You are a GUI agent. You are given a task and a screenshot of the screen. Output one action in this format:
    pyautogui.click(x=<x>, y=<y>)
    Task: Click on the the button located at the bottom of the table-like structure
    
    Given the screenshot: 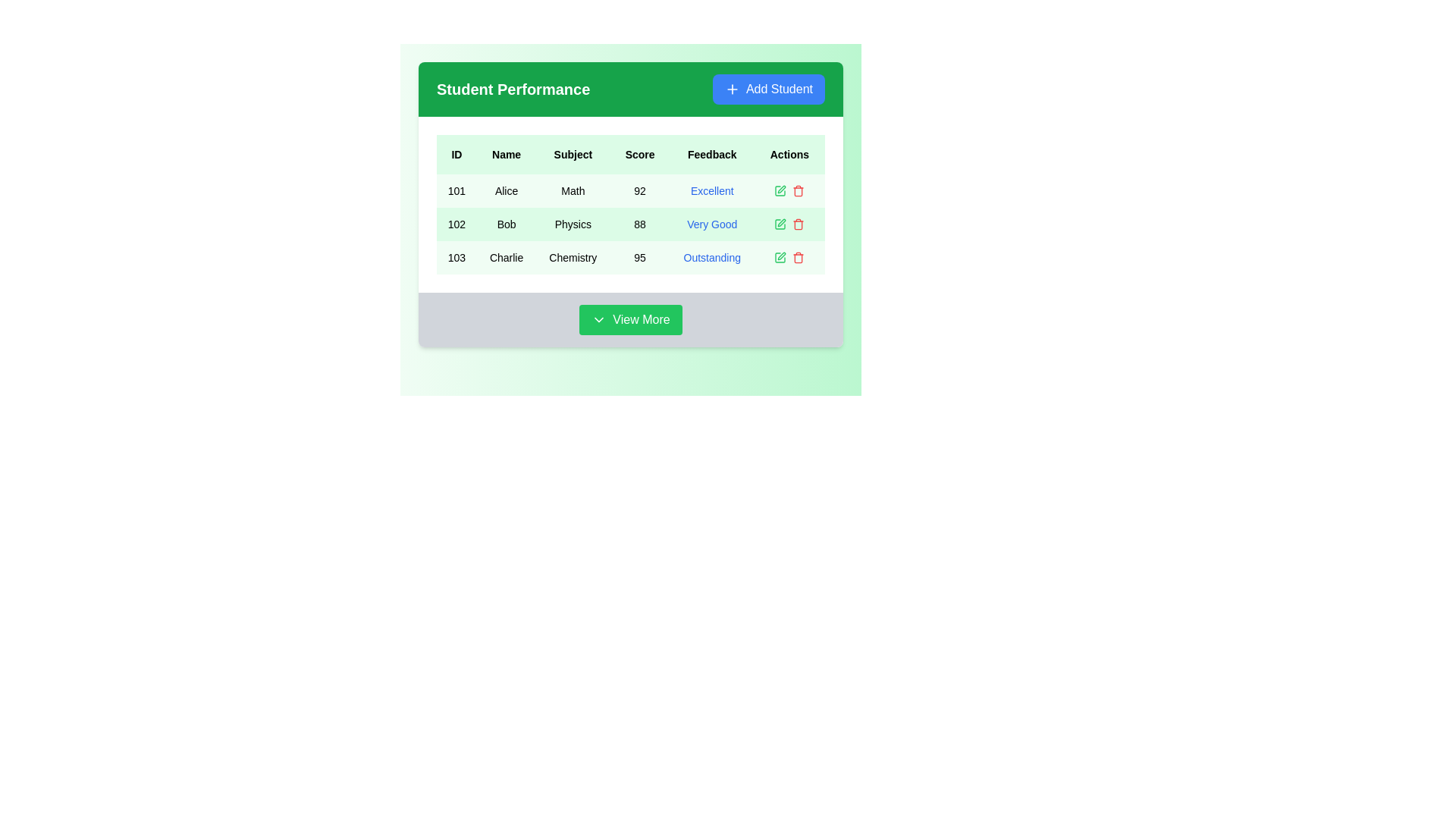 What is the action you would take?
    pyautogui.click(x=630, y=318)
    